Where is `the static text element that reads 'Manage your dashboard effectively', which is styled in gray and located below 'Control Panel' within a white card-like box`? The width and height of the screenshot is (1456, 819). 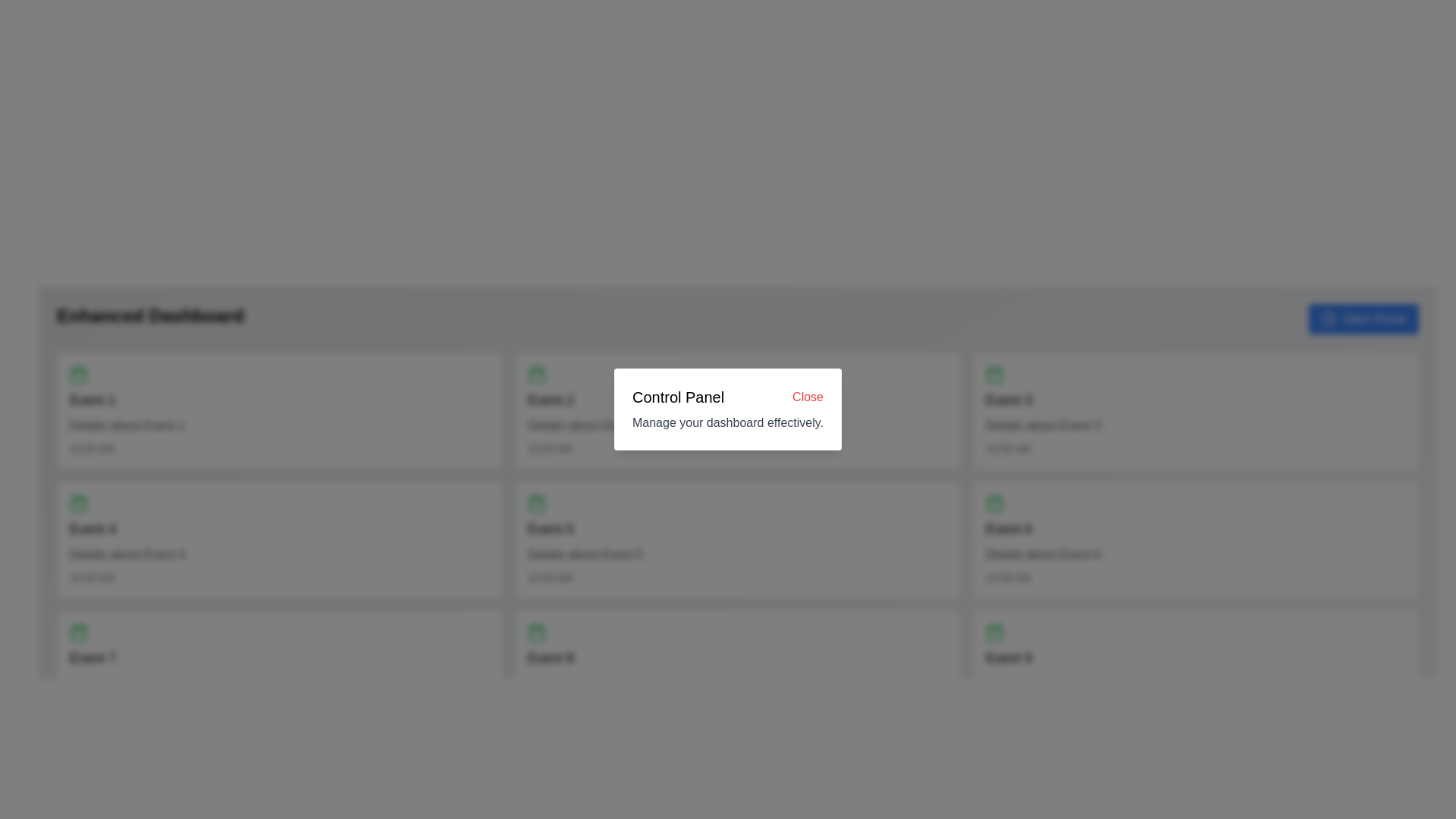
the static text element that reads 'Manage your dashboard effectively', which is styled in gray and located below 'Control Panel' within a white card-like box is located at coordinates (728, 423).